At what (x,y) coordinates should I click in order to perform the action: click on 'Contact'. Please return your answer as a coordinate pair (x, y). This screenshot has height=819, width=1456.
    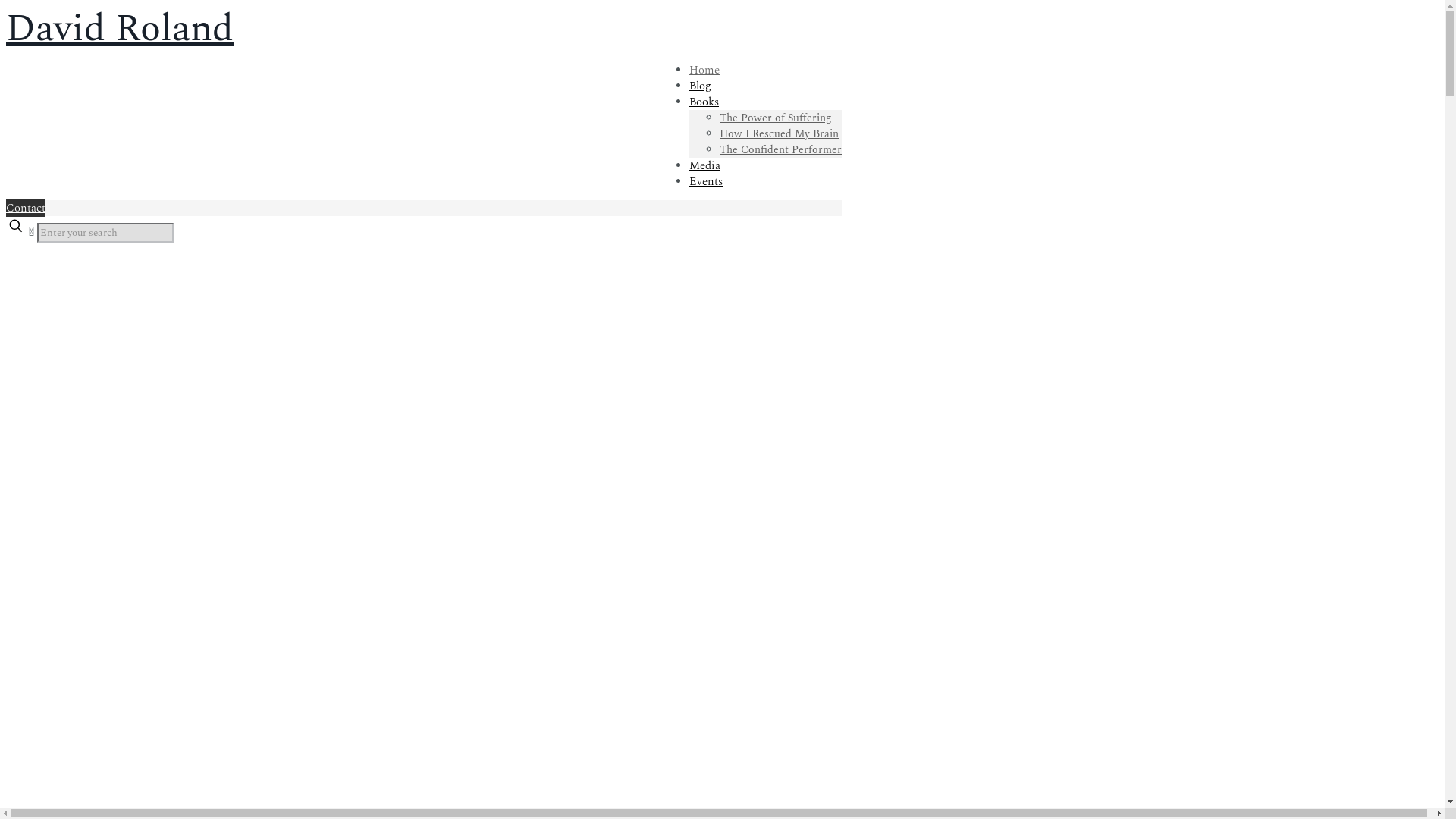
    Looking at the image, I should click on (6, 208).